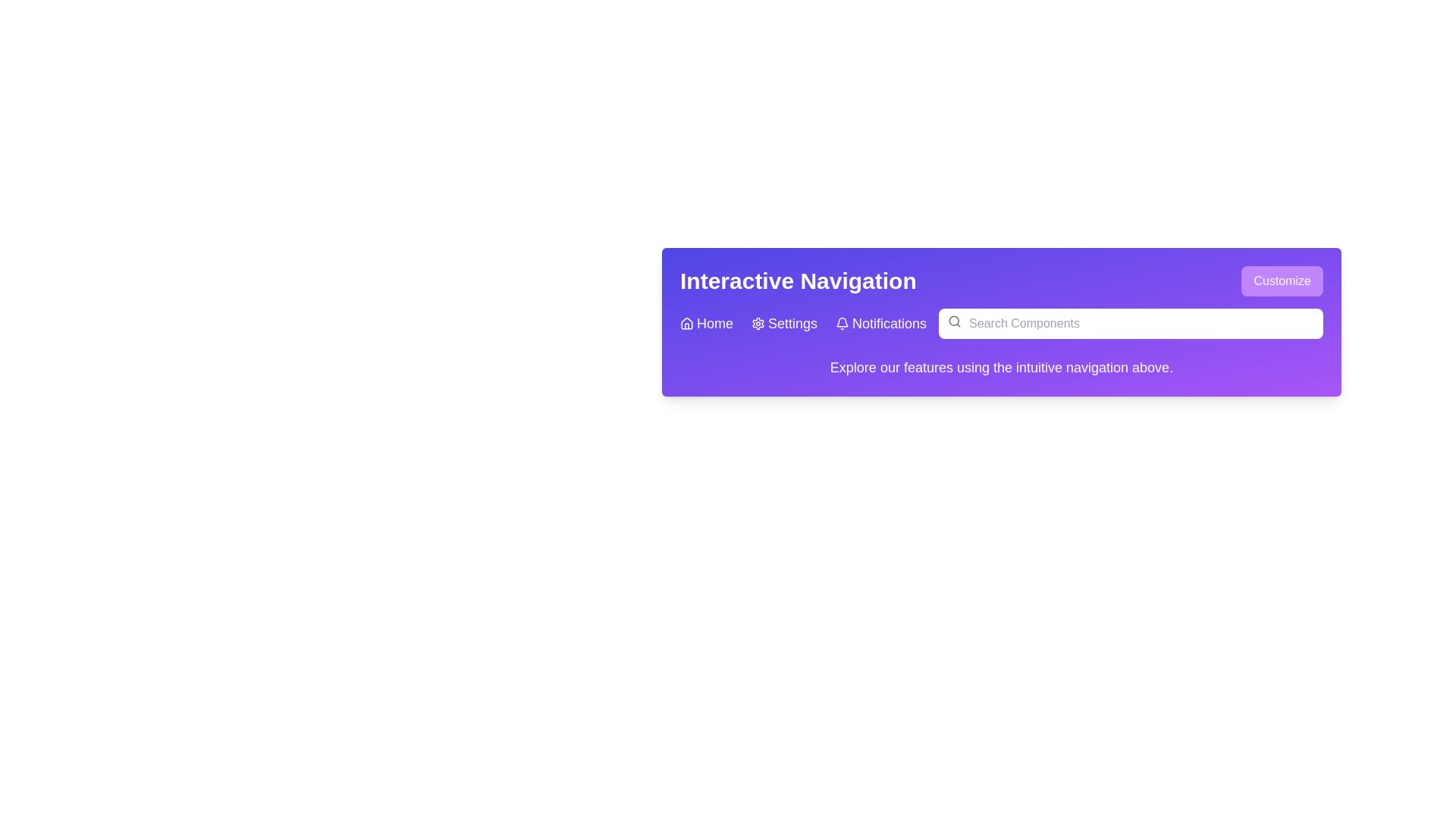 This screenshot has width=1456, height=819. What do you see at coordinates (758, 323) in the screenshot?
I see `the settings icon located centrally on the top bar of the interface` at bounding box center [758, 323].